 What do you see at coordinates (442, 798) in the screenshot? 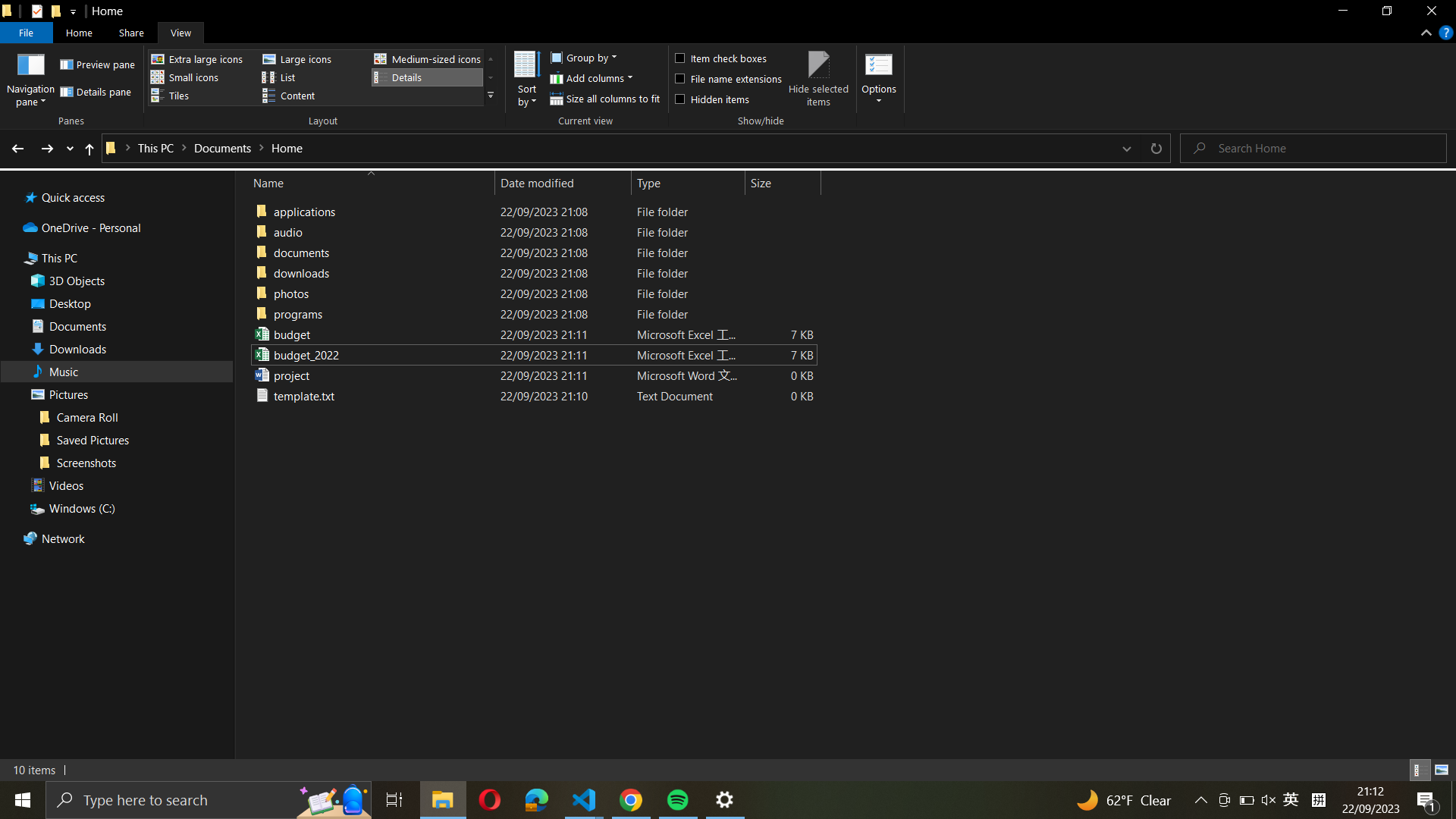
I see `Collate the window via the designated icon` at bounding box center [442, 798].